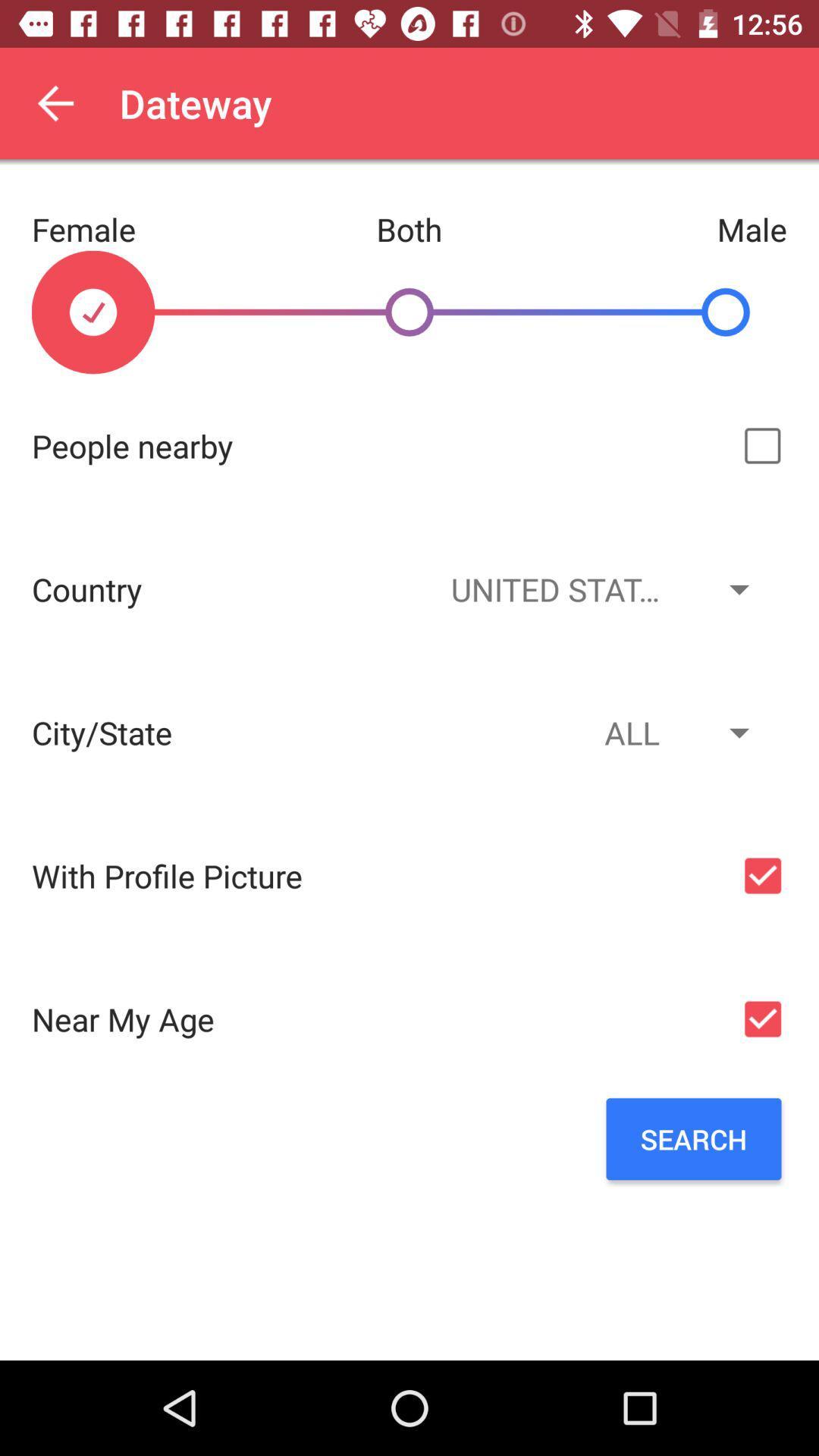  I want to click on check near my age, so click(762, 1019).